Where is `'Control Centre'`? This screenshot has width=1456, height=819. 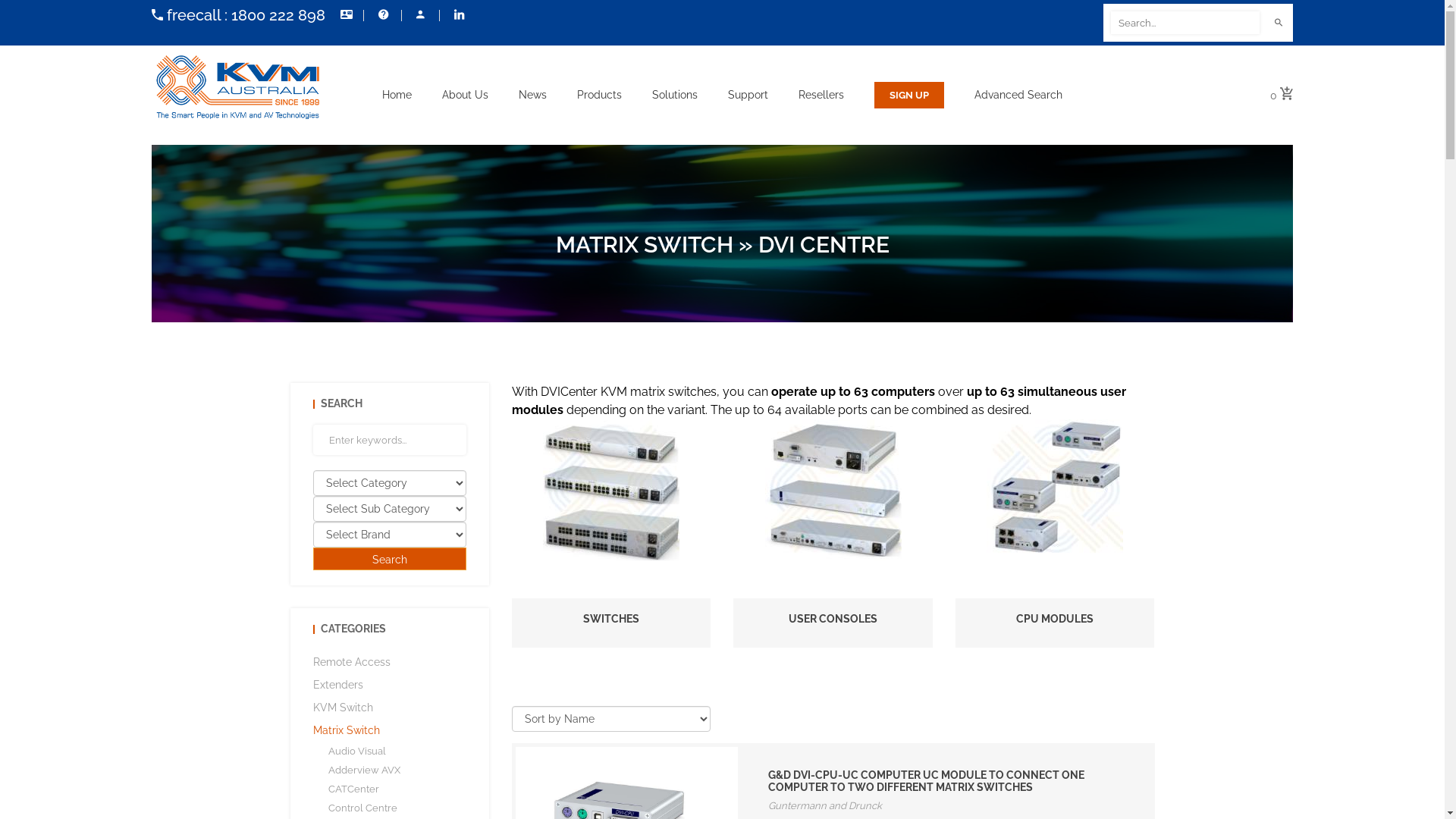
'Control Centre' is located at coordinates (327, 807).